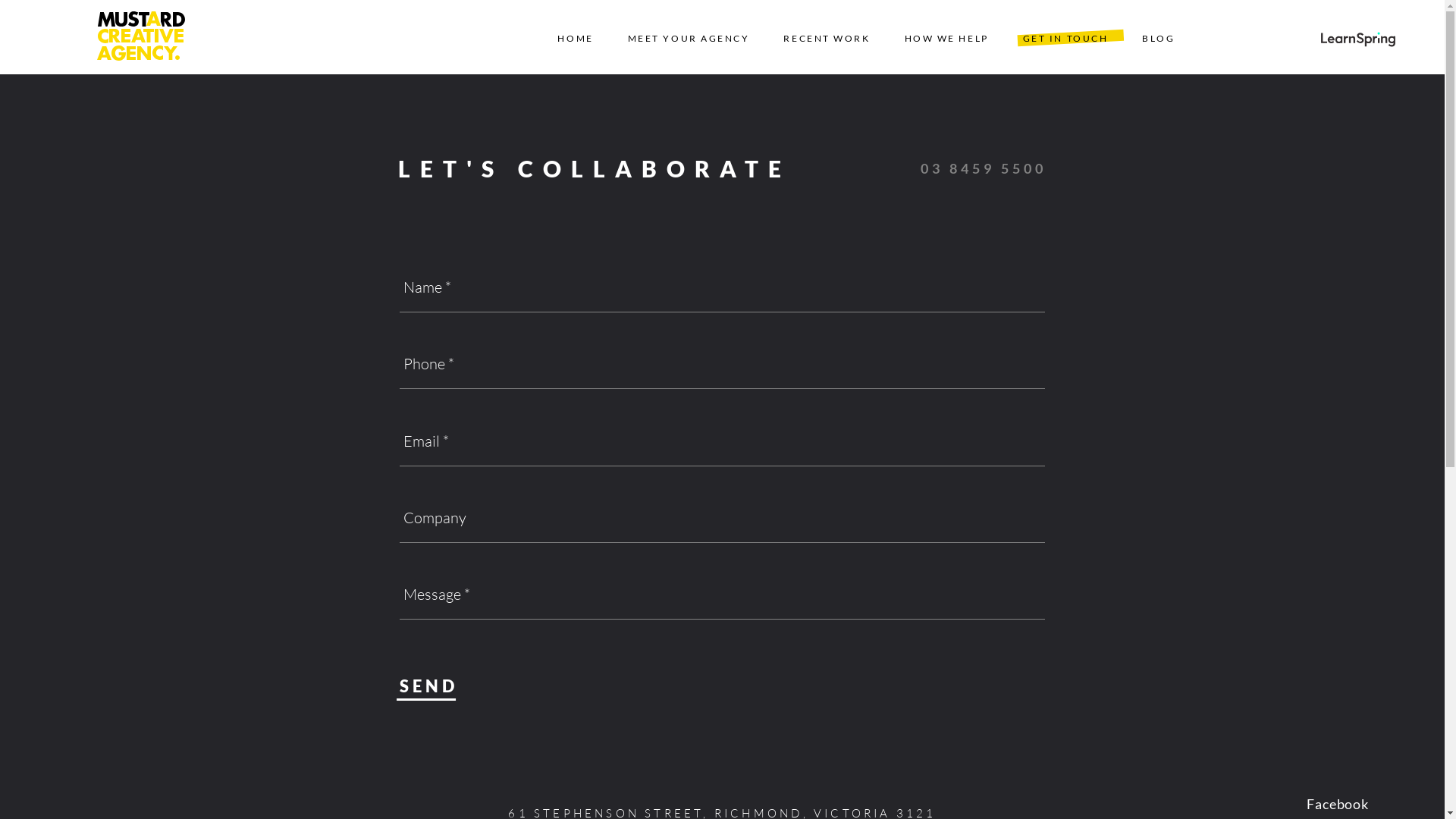  Describe the element at coordinates (1157, 37) in the screenshot. I see `'BLOG'` at that location.